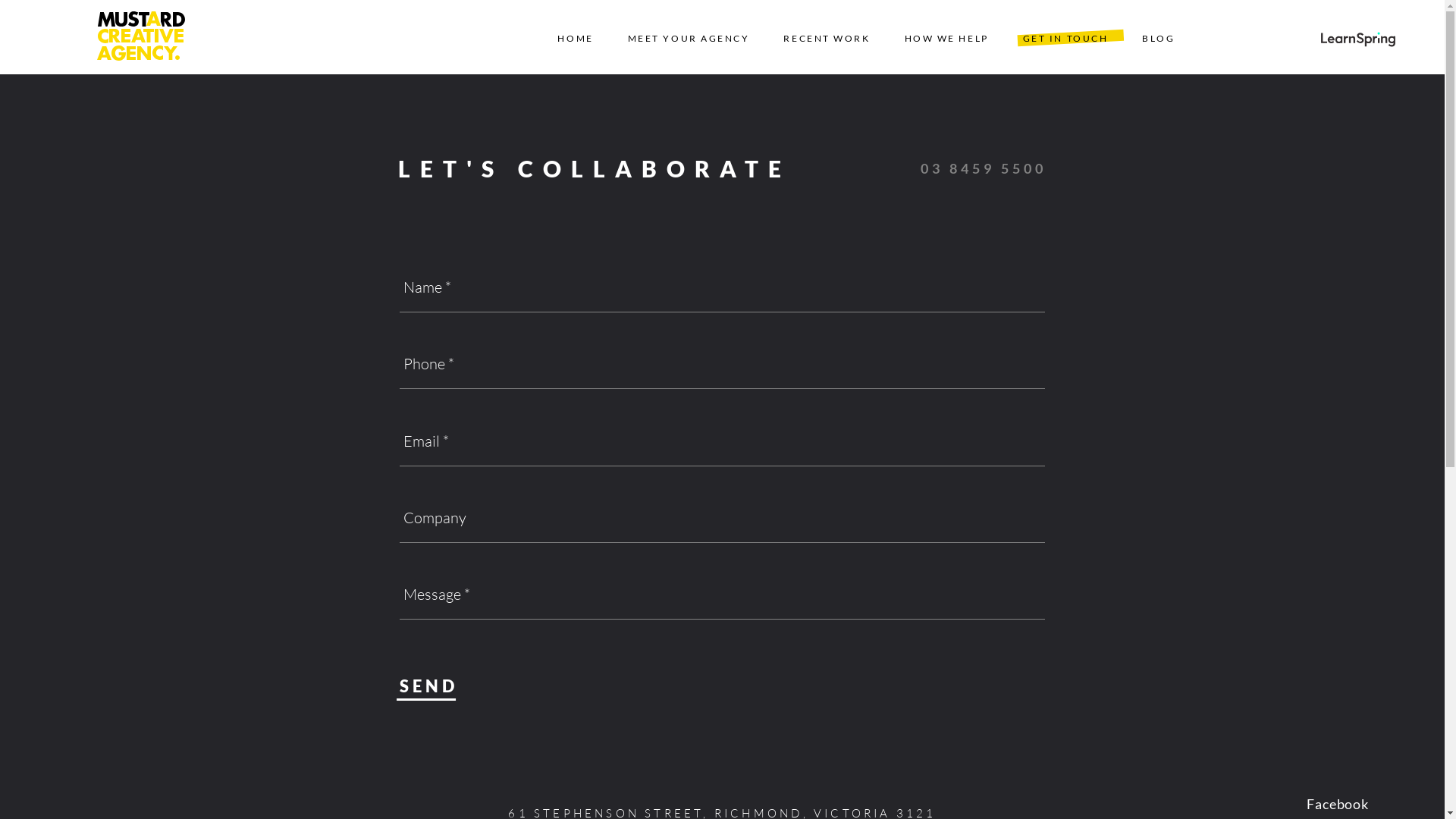  Describe the element at coordinates (1157, 37) in the screenshot. I see `'BLOG'` at that location.